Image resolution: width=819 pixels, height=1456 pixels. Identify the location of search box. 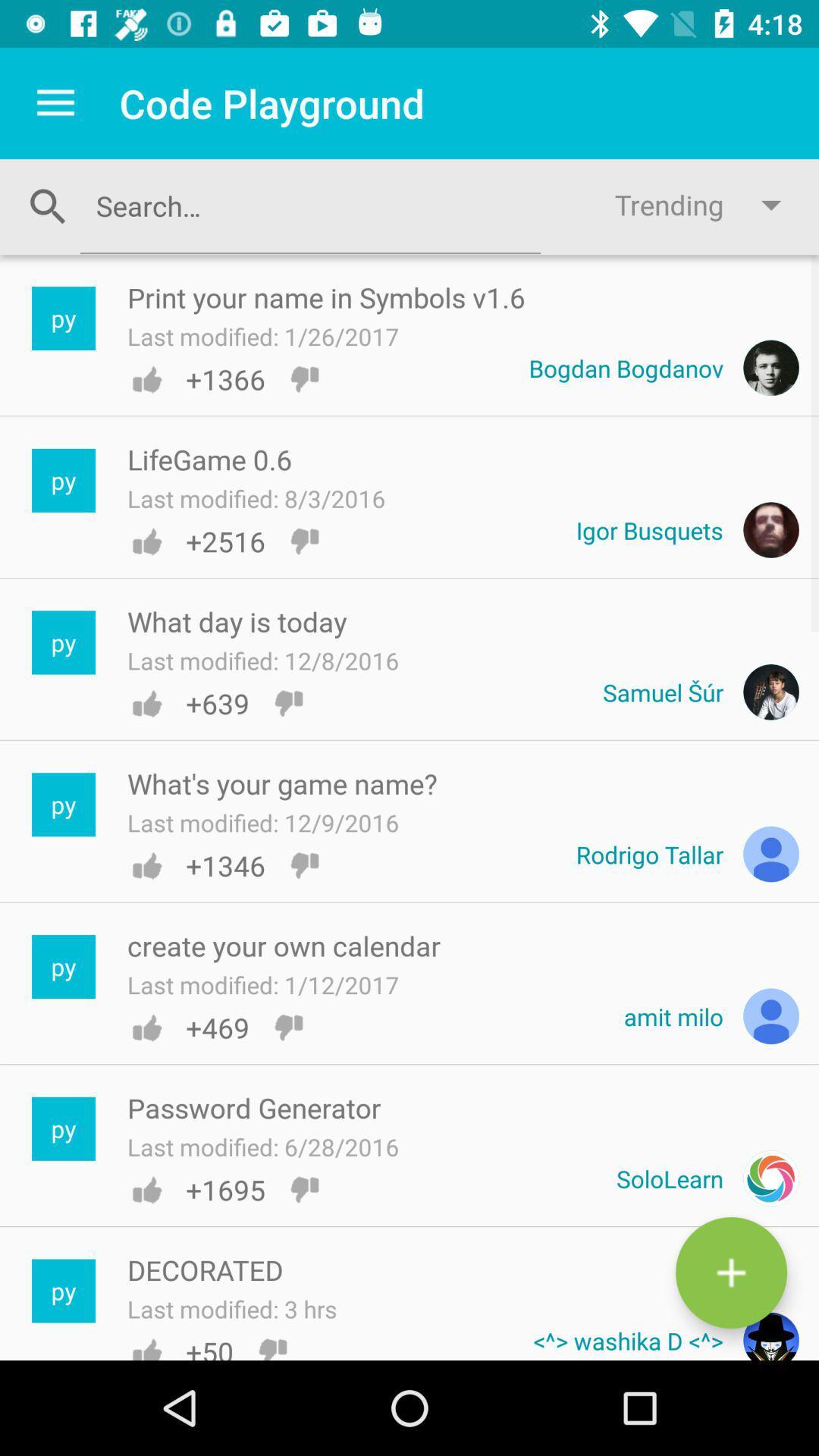
(309, 205).